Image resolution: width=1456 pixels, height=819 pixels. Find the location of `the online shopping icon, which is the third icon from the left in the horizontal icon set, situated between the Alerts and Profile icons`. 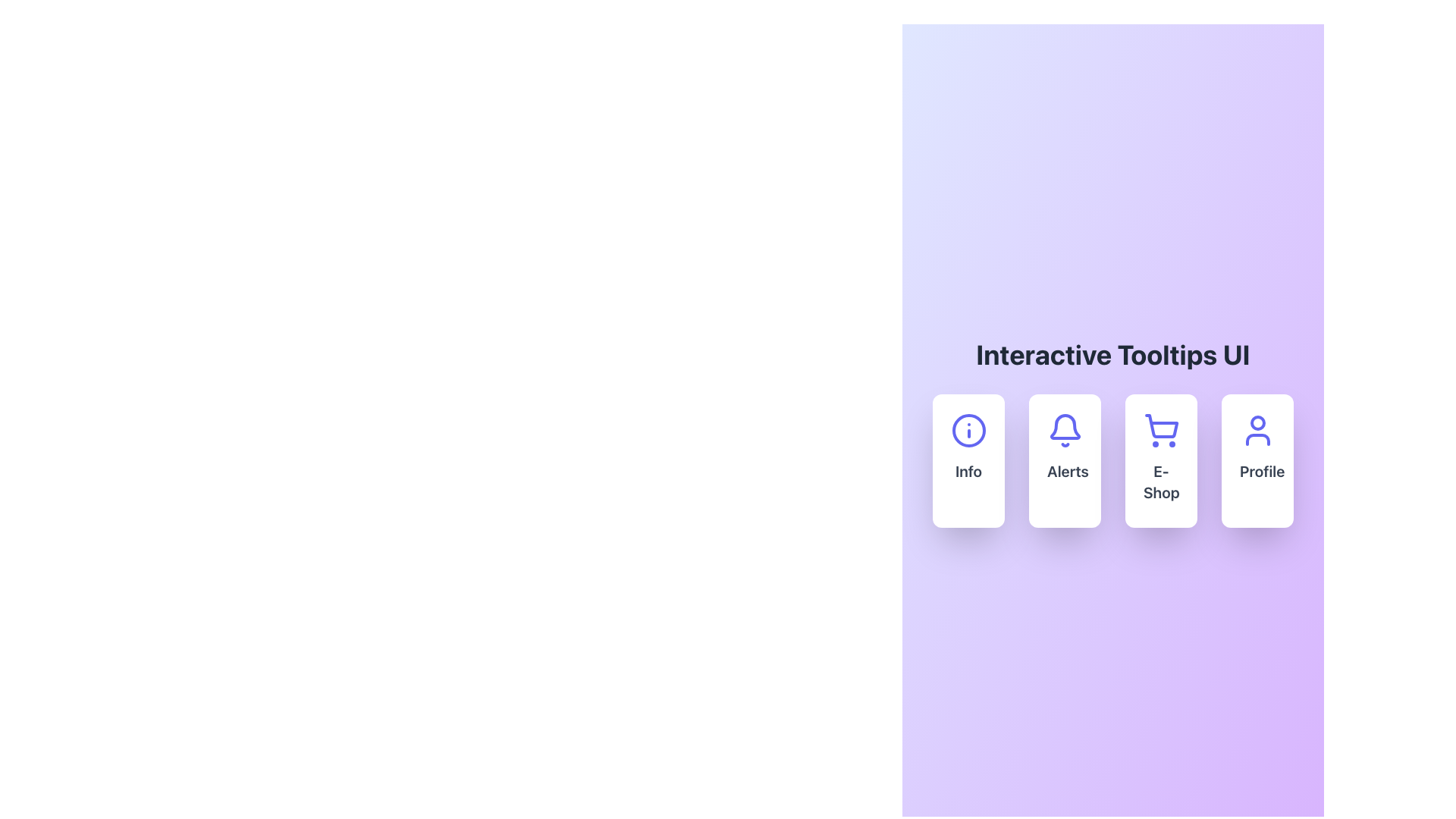

the online shopping icon, which is the third icon from the left in the horizontal icon set, situated between the Alerts and Profile icons is located at coordinates (1161, 426).